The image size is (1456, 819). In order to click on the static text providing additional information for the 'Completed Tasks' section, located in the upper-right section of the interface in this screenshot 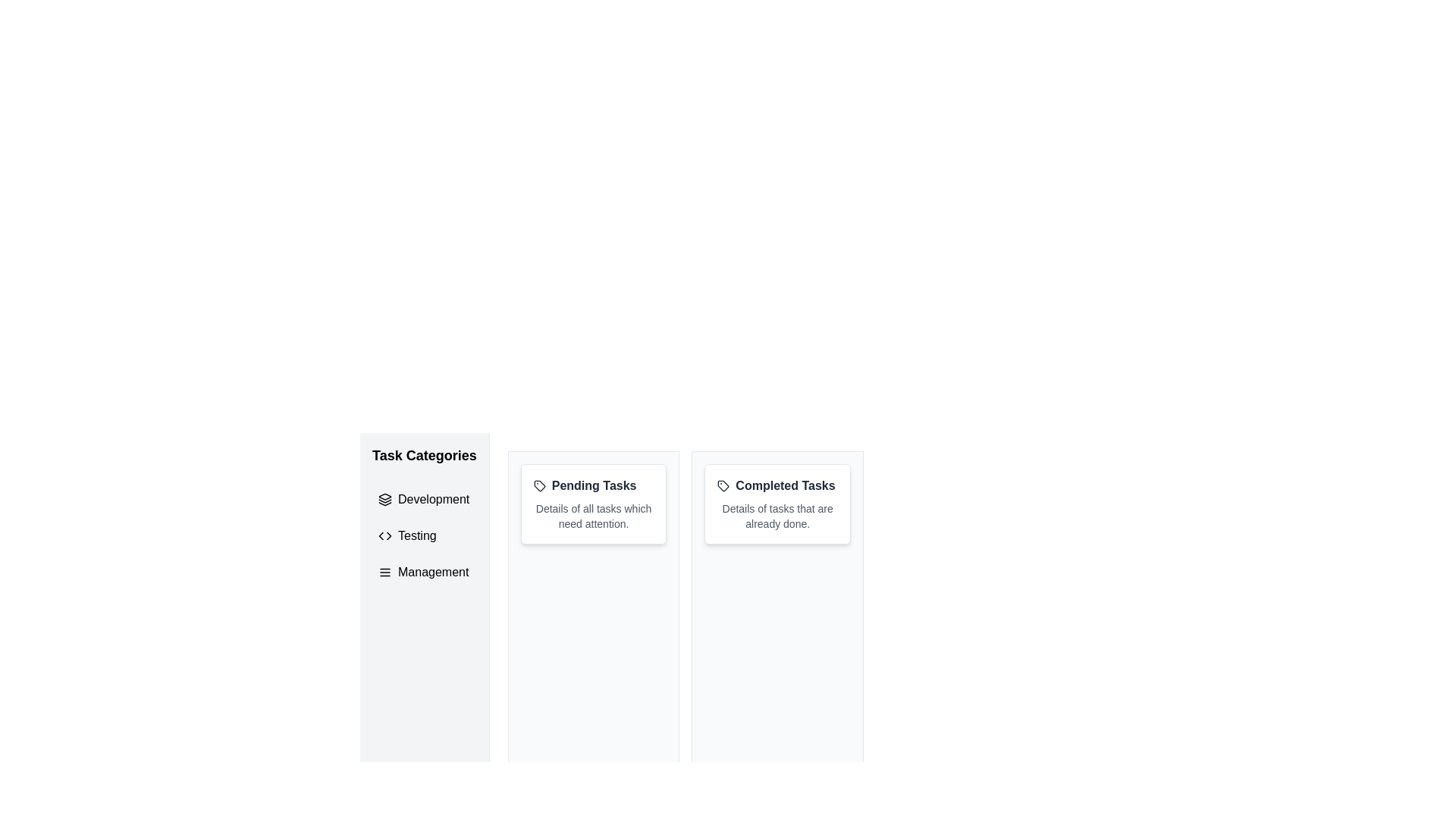, I will do `click(777, 516)`.